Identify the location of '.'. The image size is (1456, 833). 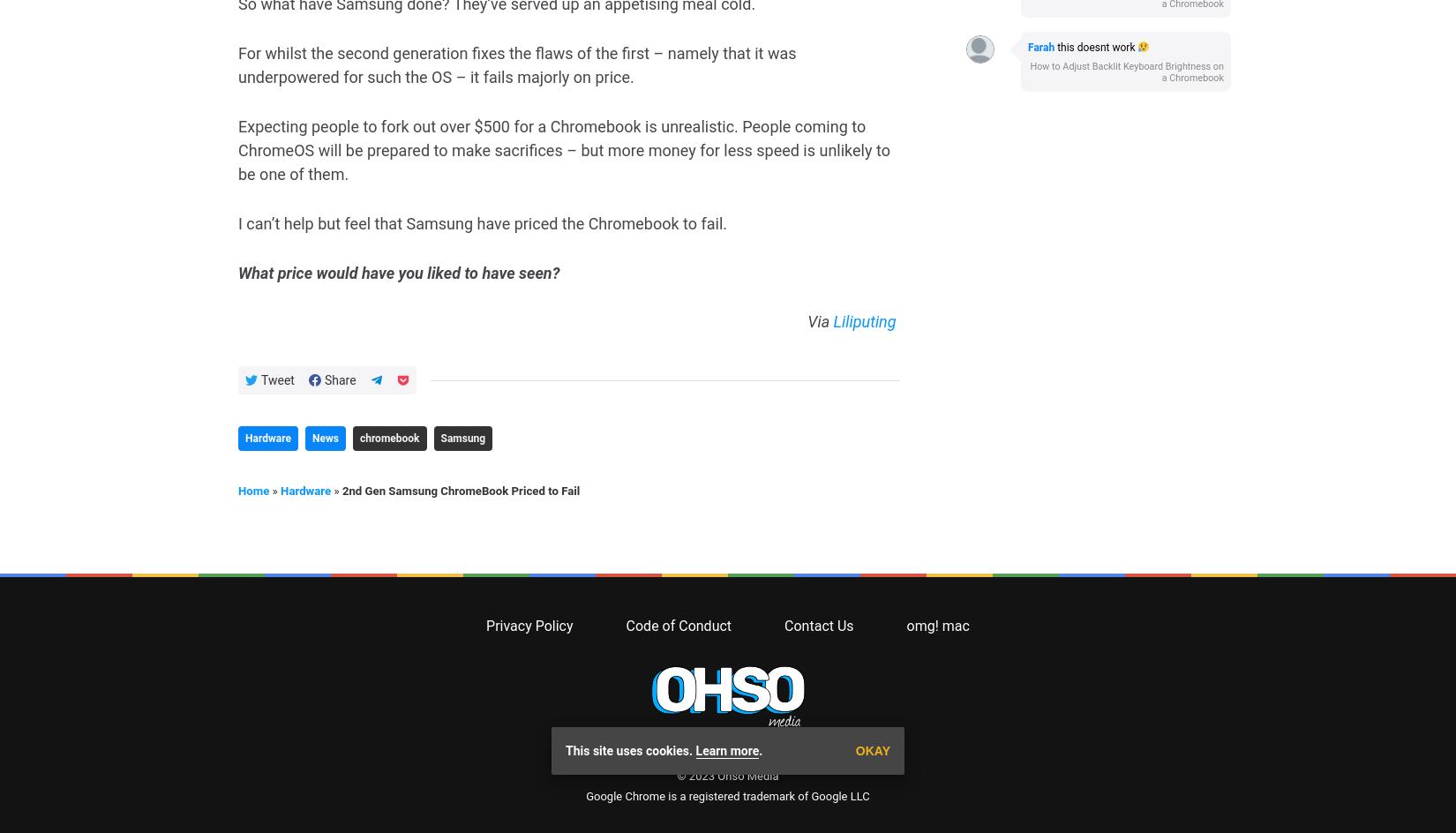
(760, 58).